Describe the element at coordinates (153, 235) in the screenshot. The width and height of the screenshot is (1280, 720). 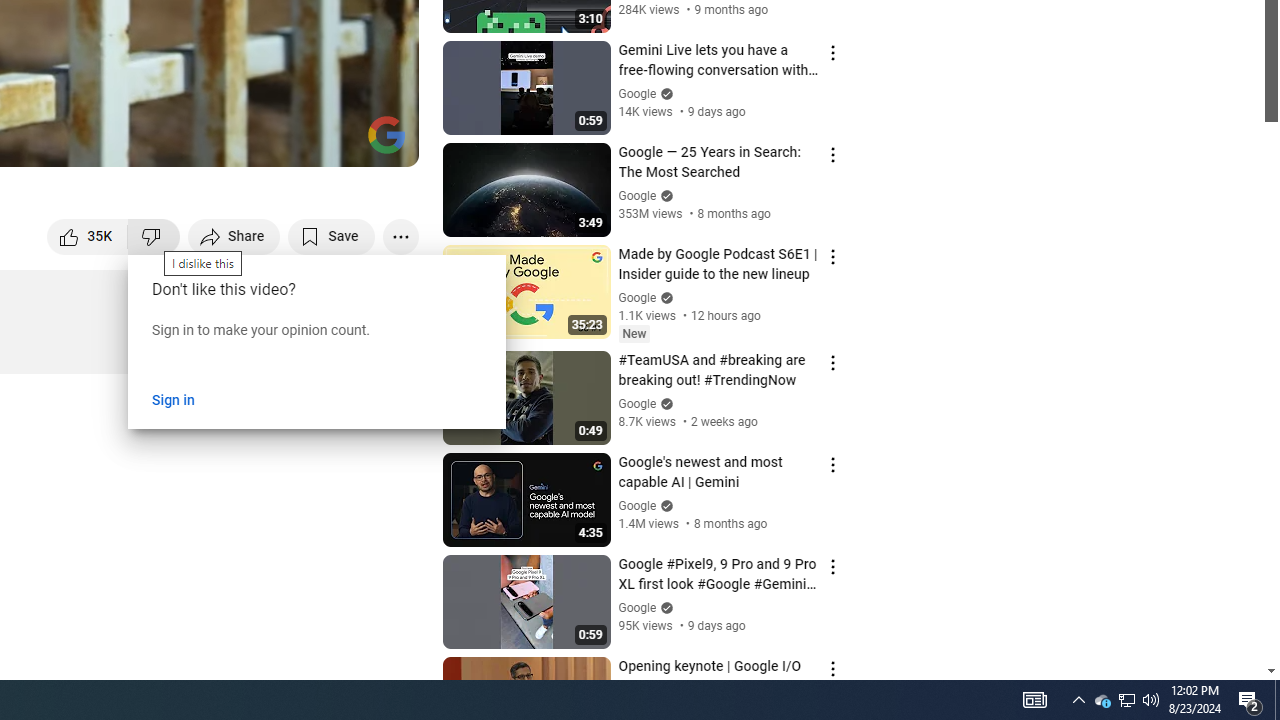
I see `'Dislike this video'` at that location.